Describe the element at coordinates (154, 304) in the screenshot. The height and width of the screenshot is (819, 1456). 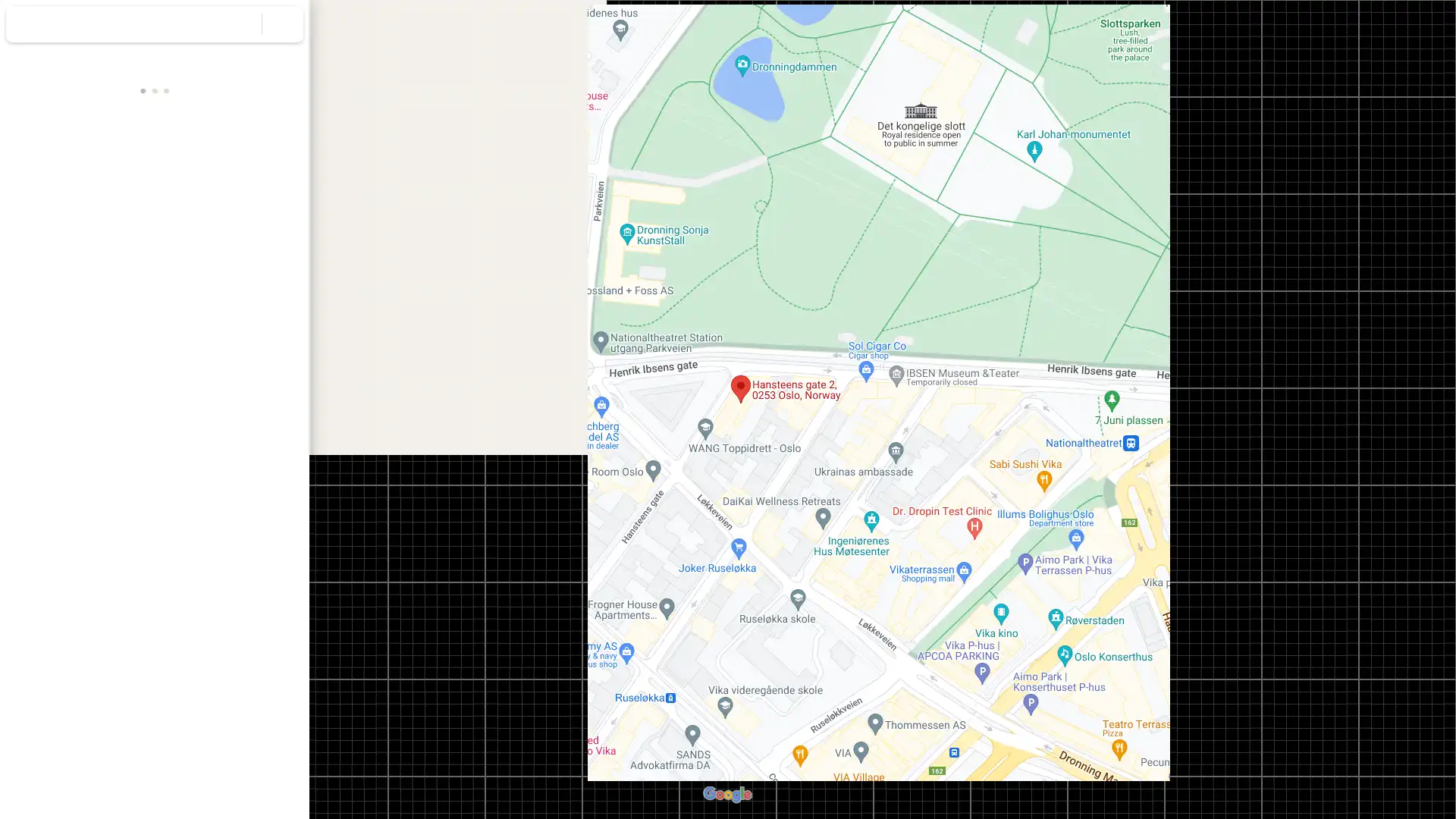
I see `Search nearby Hansteens gate 2` at that location.